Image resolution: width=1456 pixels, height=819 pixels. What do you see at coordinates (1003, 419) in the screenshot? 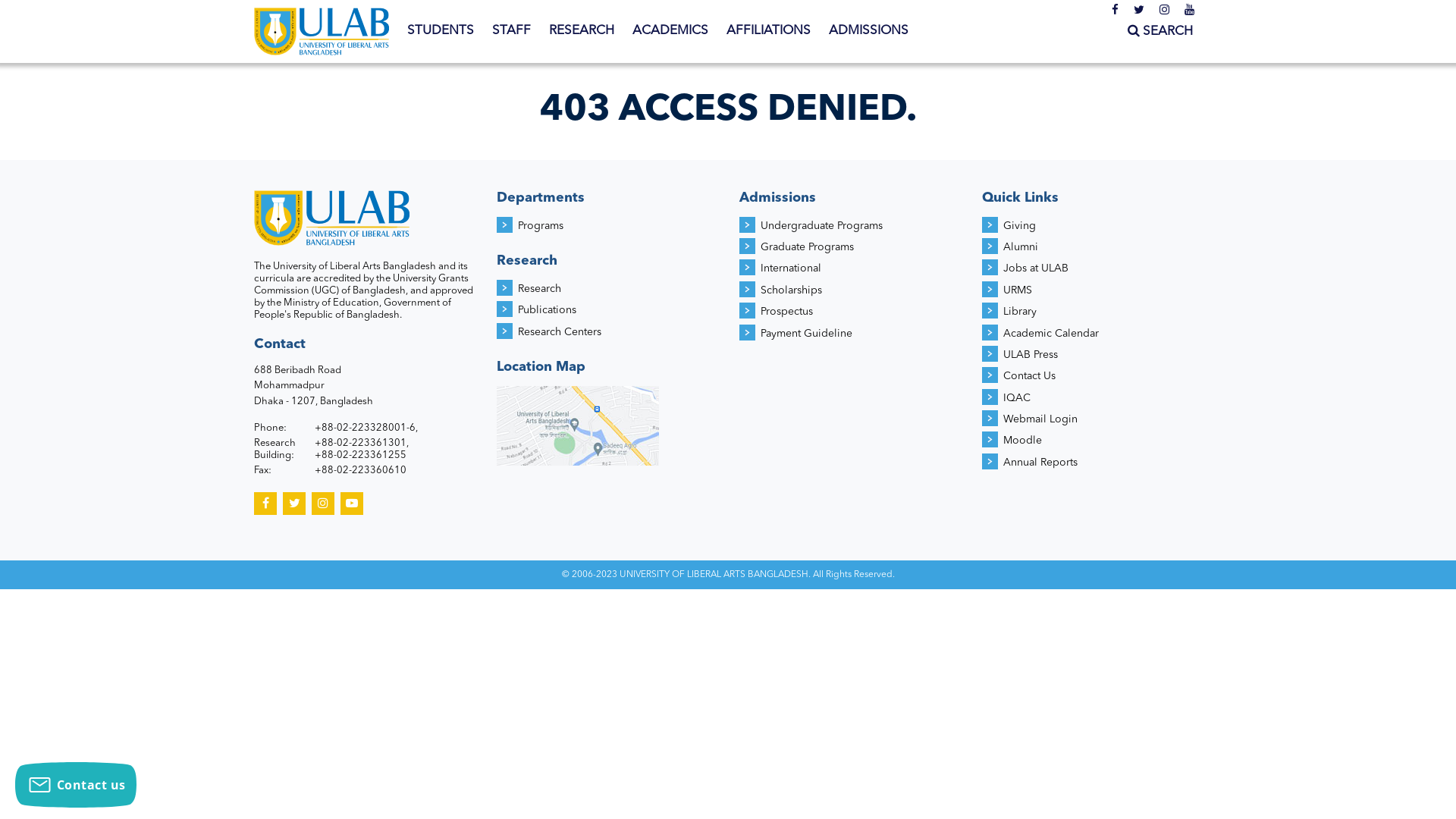
I see `'Webmail Login'` at bounding box center [1003, 419].